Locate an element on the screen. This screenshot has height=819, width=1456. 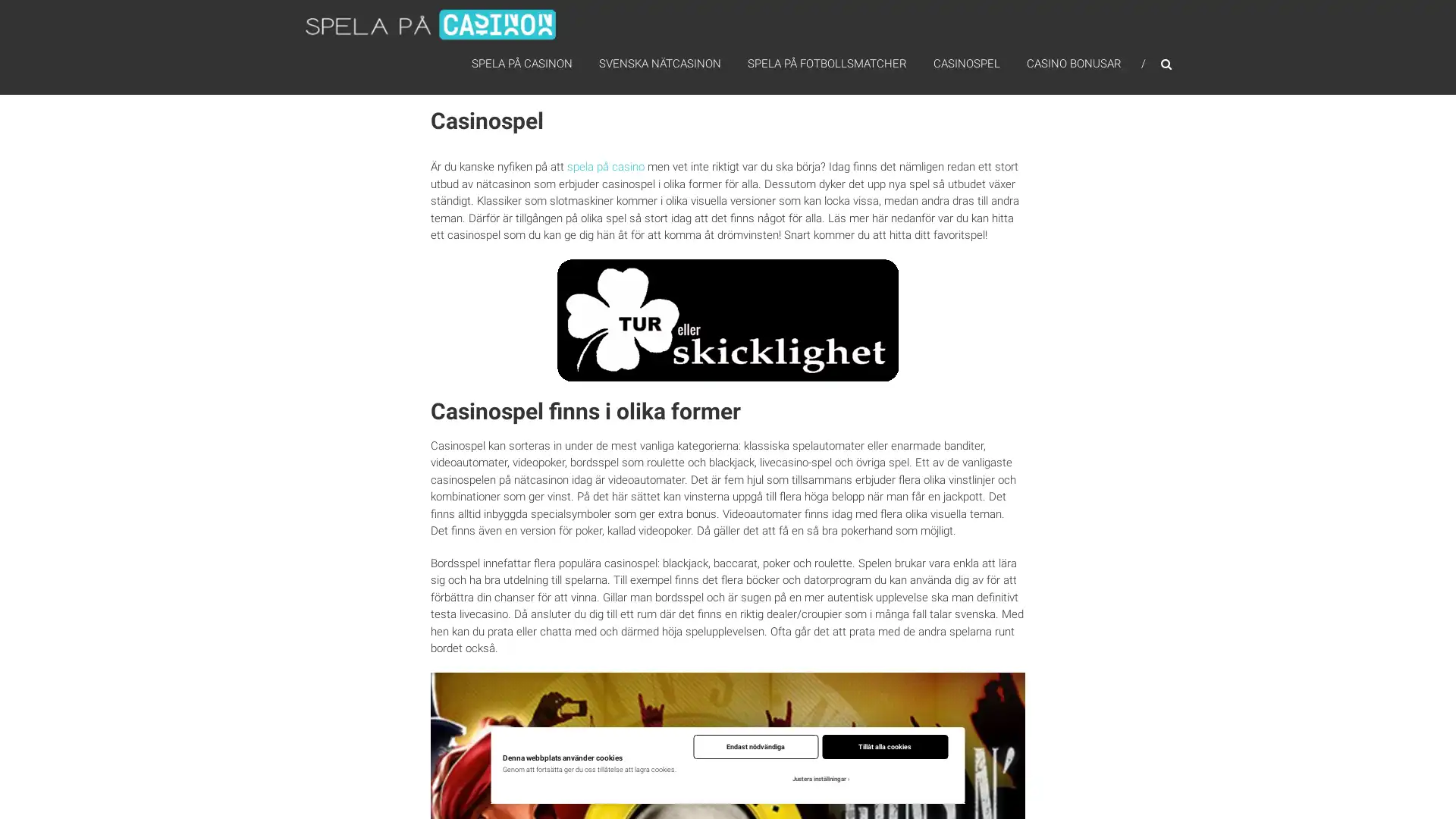
Endast nodvandiga is located at coordinates (755, 745).